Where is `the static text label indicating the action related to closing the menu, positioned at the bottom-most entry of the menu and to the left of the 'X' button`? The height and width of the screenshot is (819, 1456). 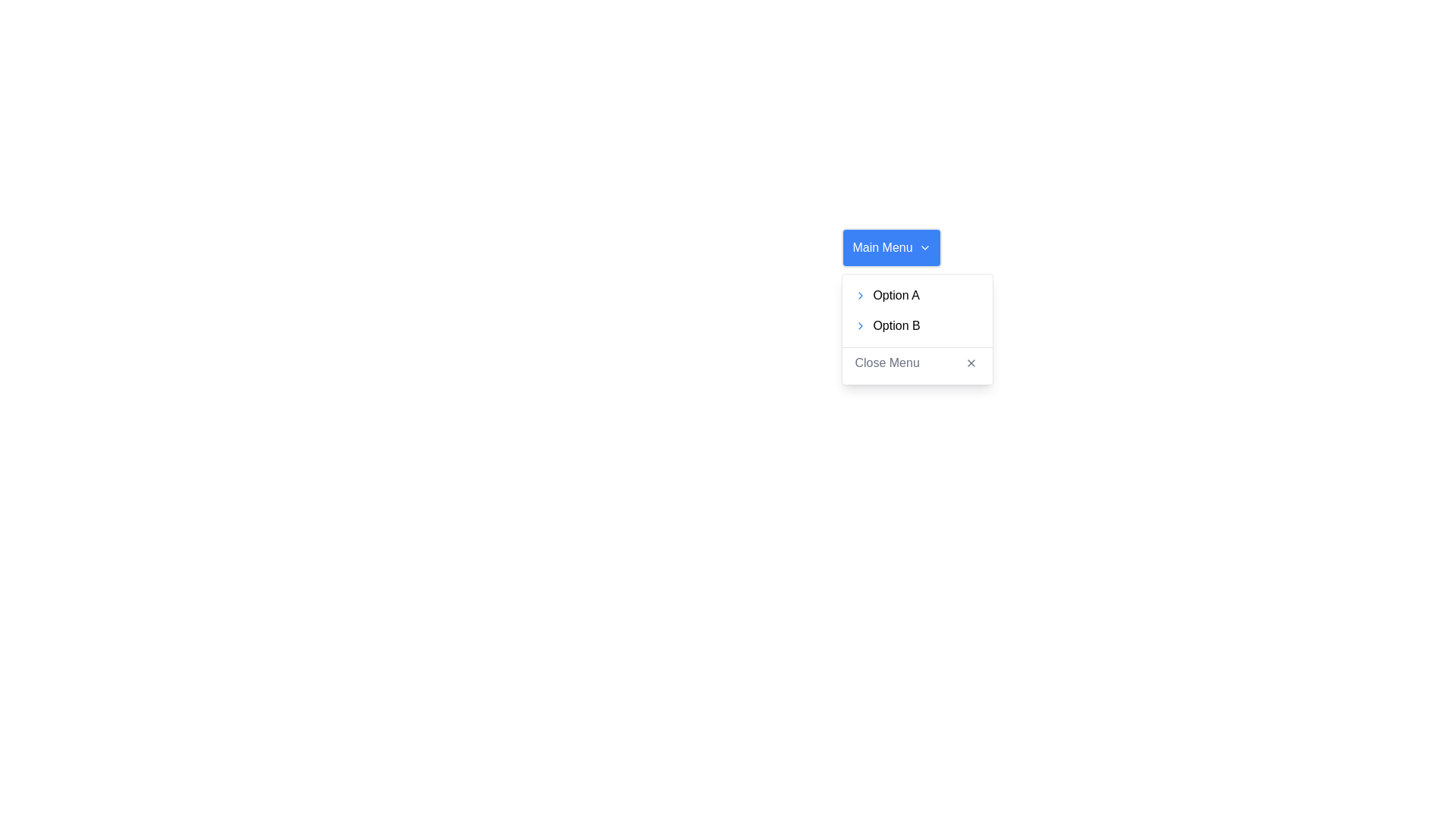 the static text label indicating the action related to closing the menu, positioned at the bottom-most entry of the menu and to the left of the 'X' button is located at coordinates (887, 362).